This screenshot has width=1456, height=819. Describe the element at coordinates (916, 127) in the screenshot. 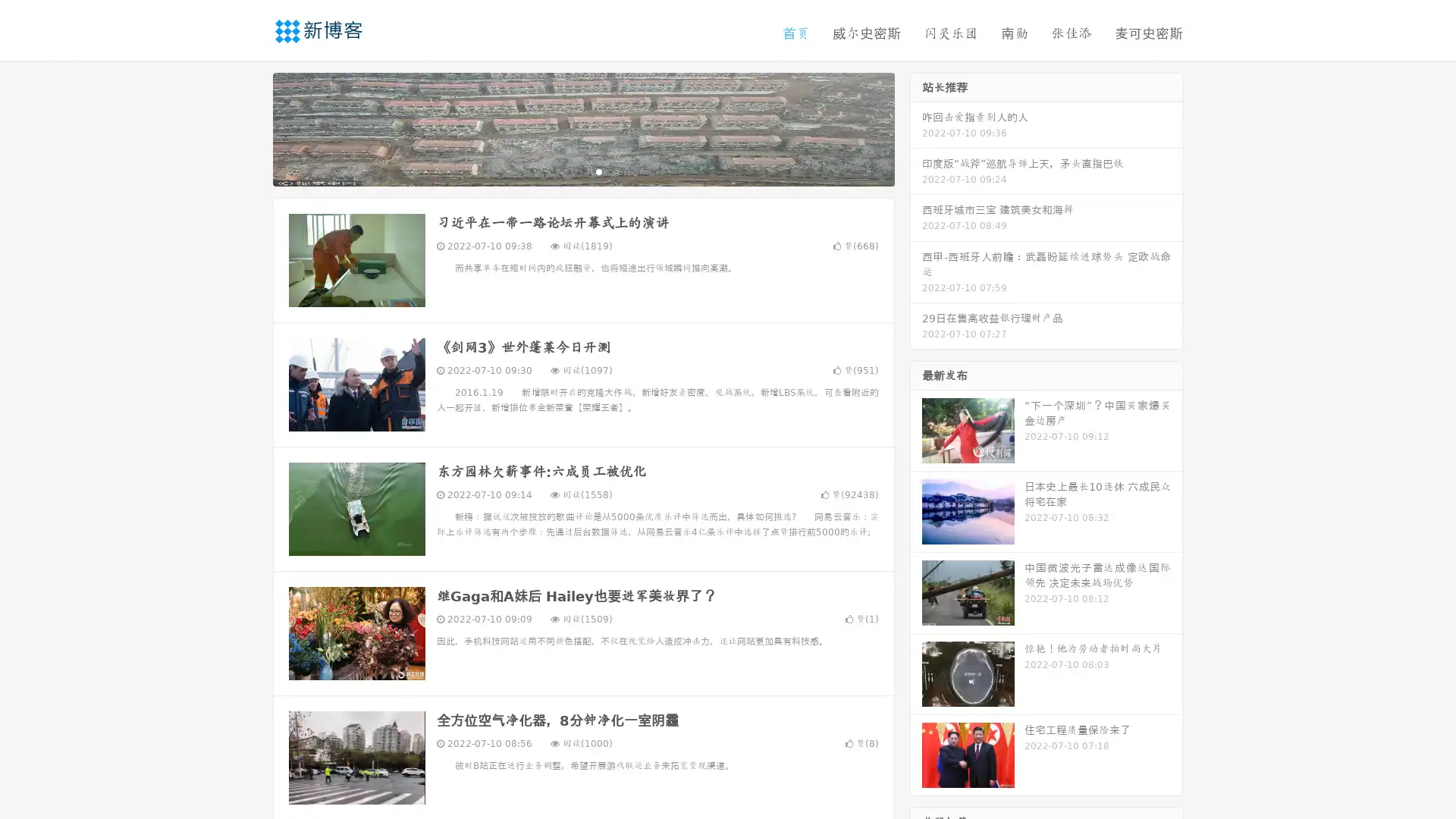

I see `Next slide` at that location.